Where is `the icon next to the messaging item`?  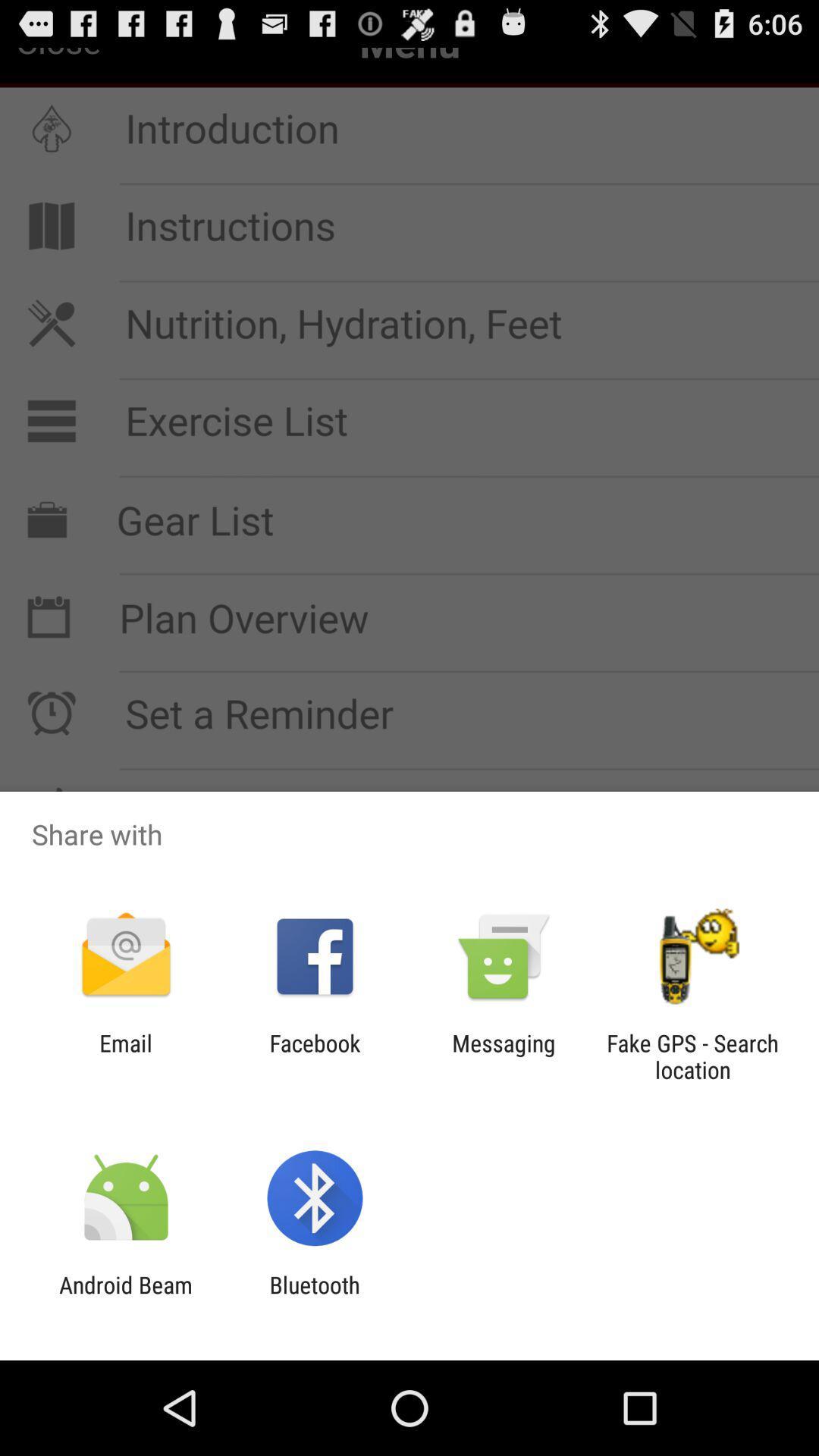 the icon next to the messaging item is located at coordinates (692, 1056).